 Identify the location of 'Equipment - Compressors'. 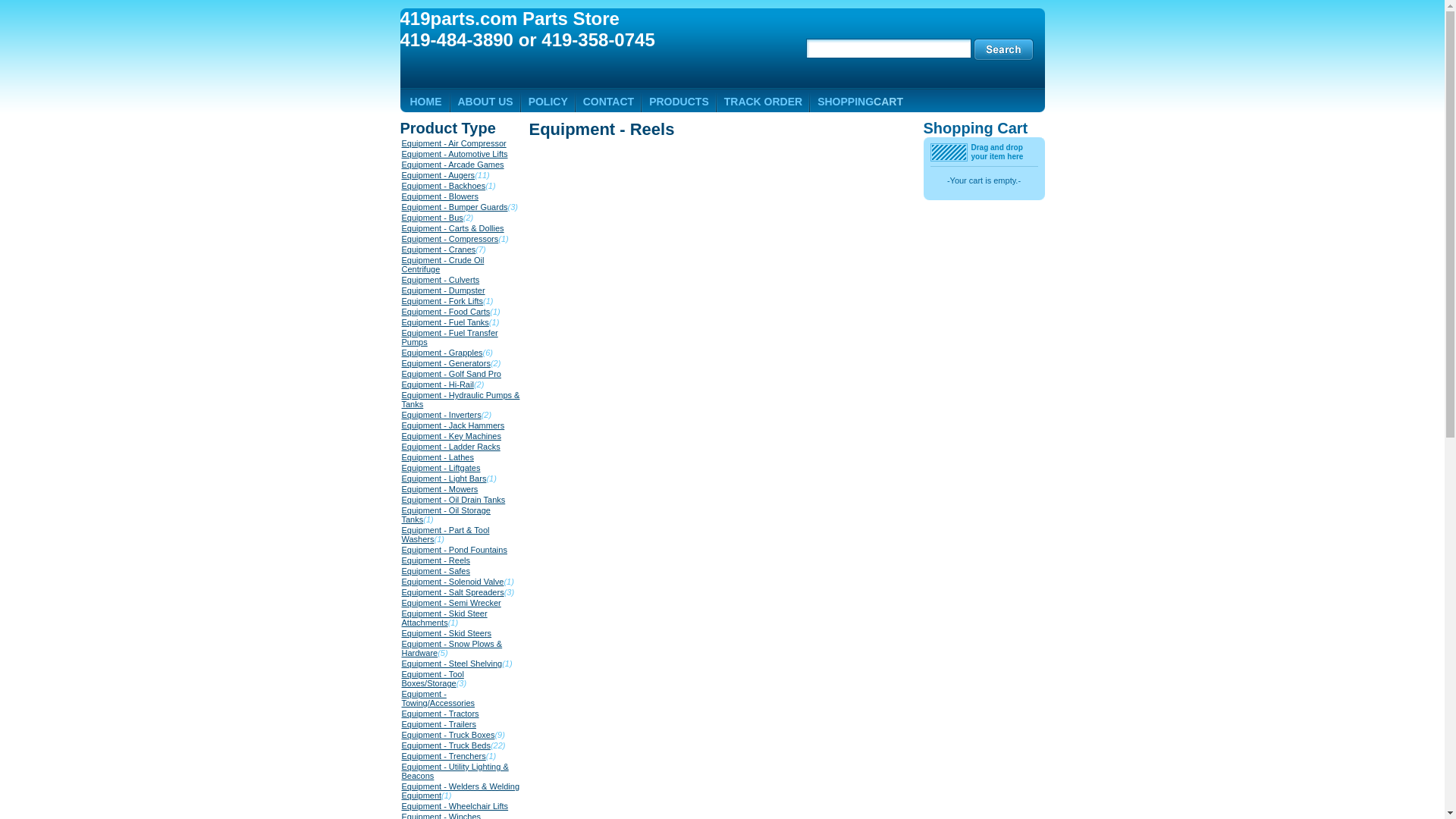
(450, 239).